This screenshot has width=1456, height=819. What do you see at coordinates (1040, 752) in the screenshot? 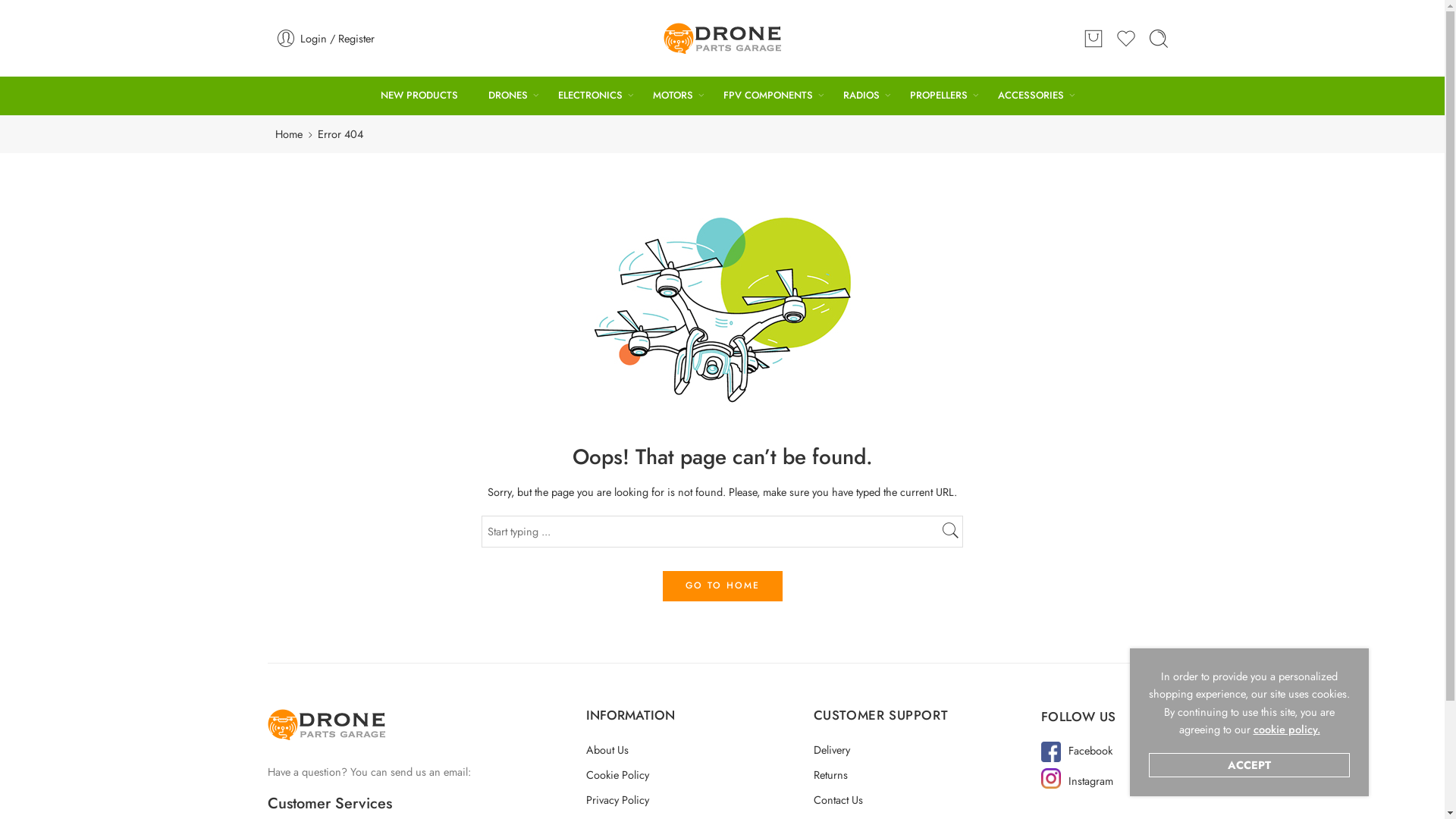
I see `'facebook'` at bounding box center [1040, 752].